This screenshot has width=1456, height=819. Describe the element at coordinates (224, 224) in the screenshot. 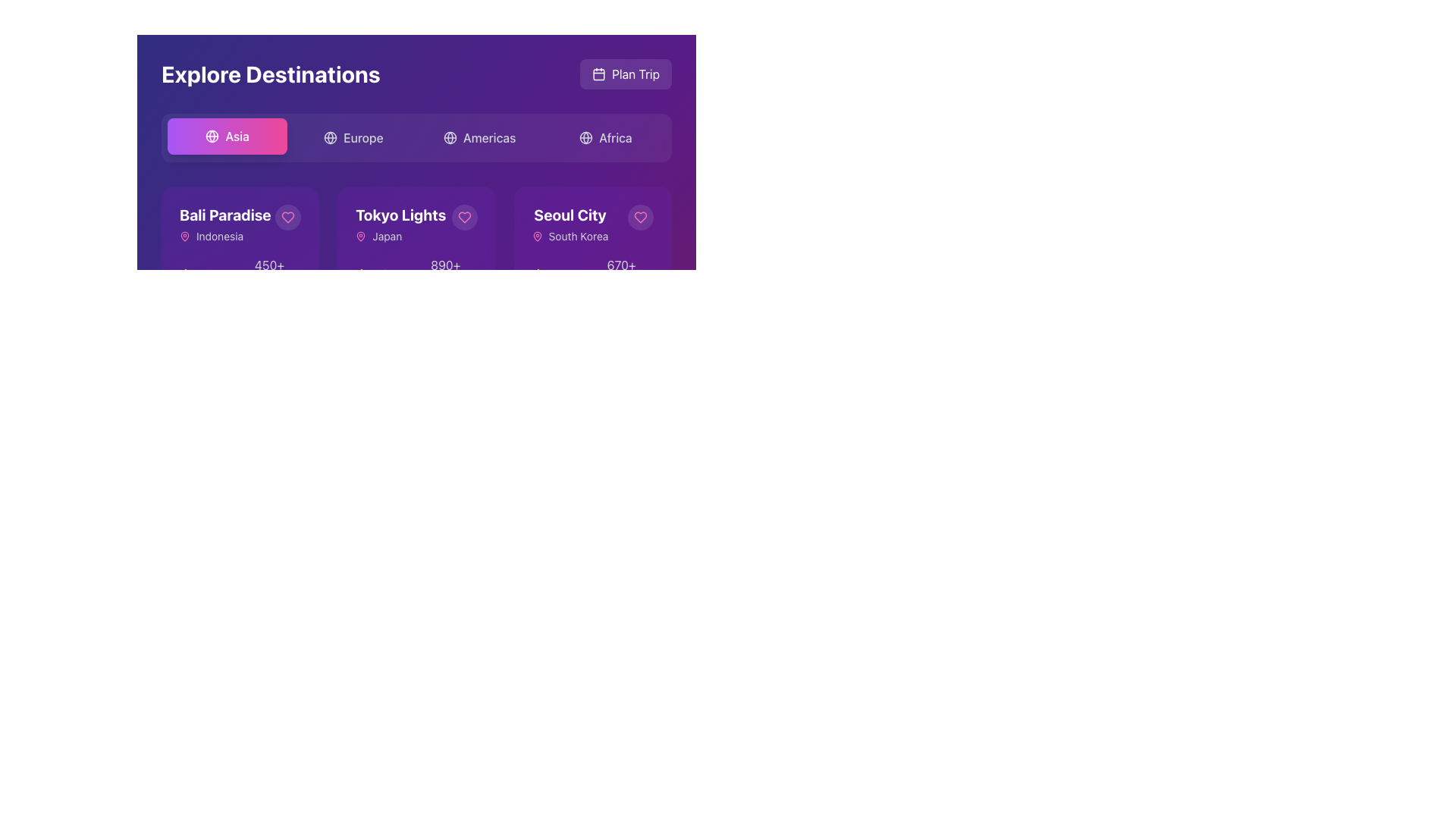

I see `informational text display for the travel destination located directly beneath the 'Asia' filter button and adjacent to 'Tokyo Lights'` at that location.